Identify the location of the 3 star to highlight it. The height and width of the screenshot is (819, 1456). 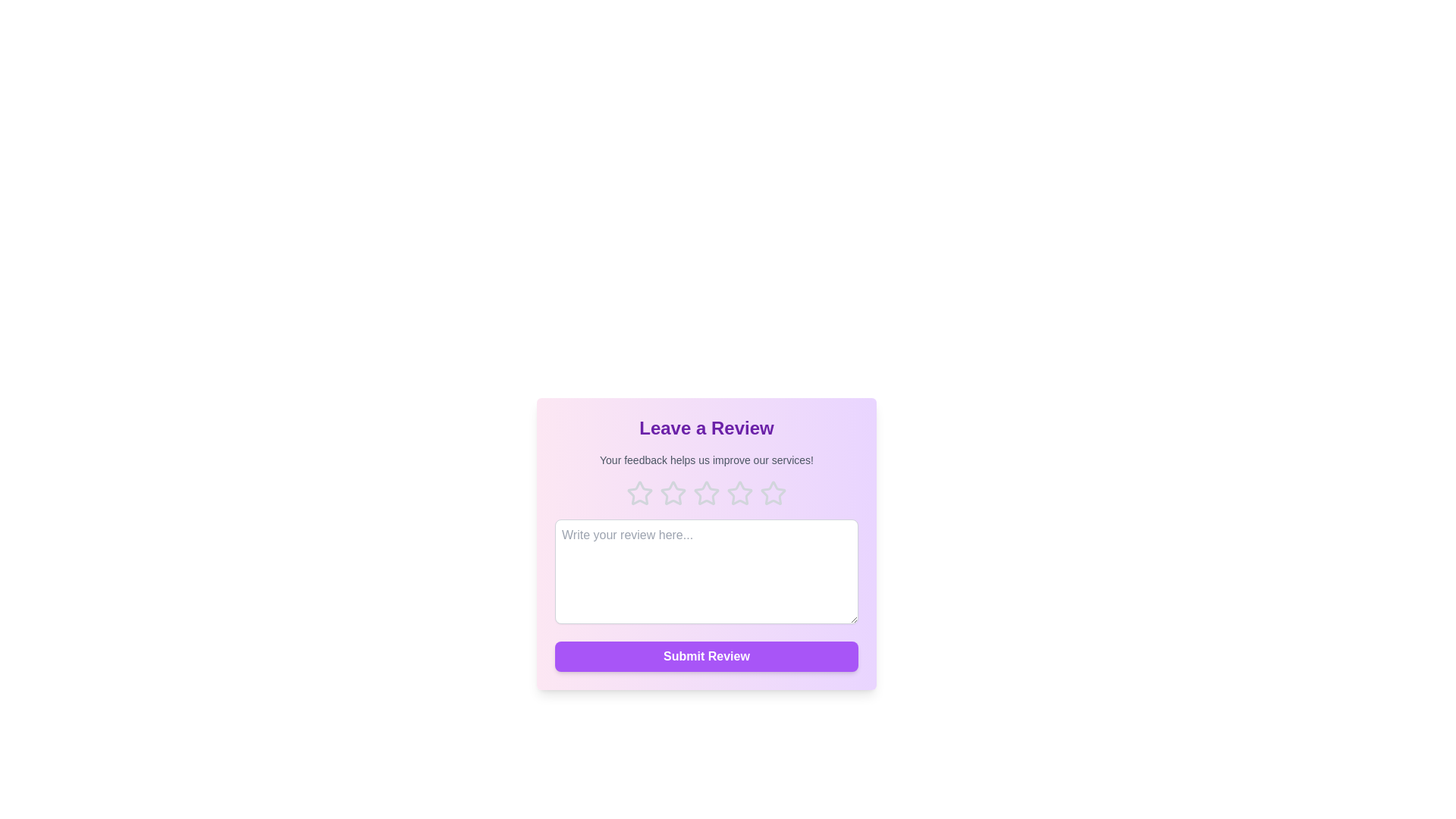
(705, 494).